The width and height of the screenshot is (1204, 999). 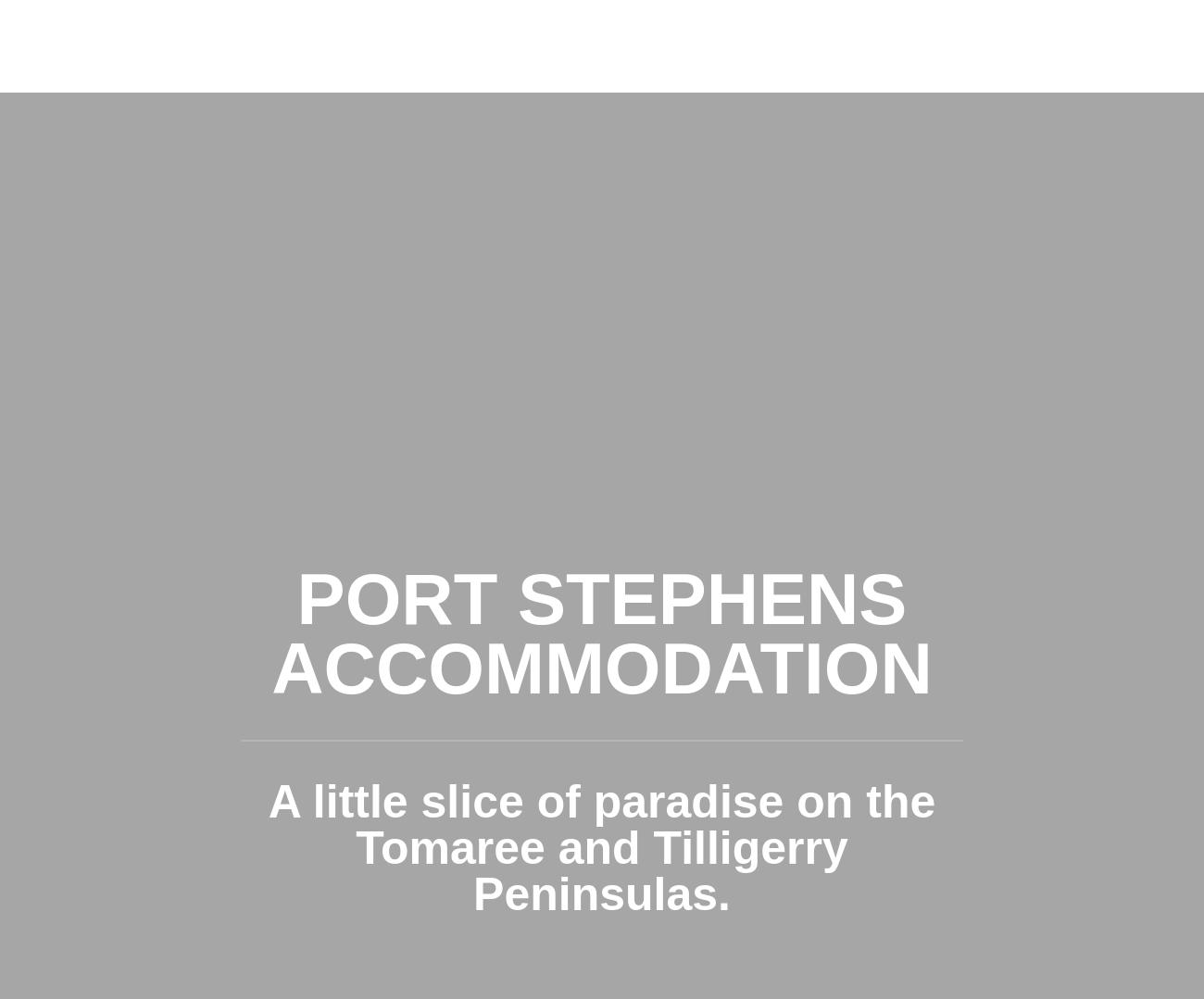 What do you see at coordinates (601, 542) in the screenshot?
I see `'No Pets'` at bounding box center [601, 542].